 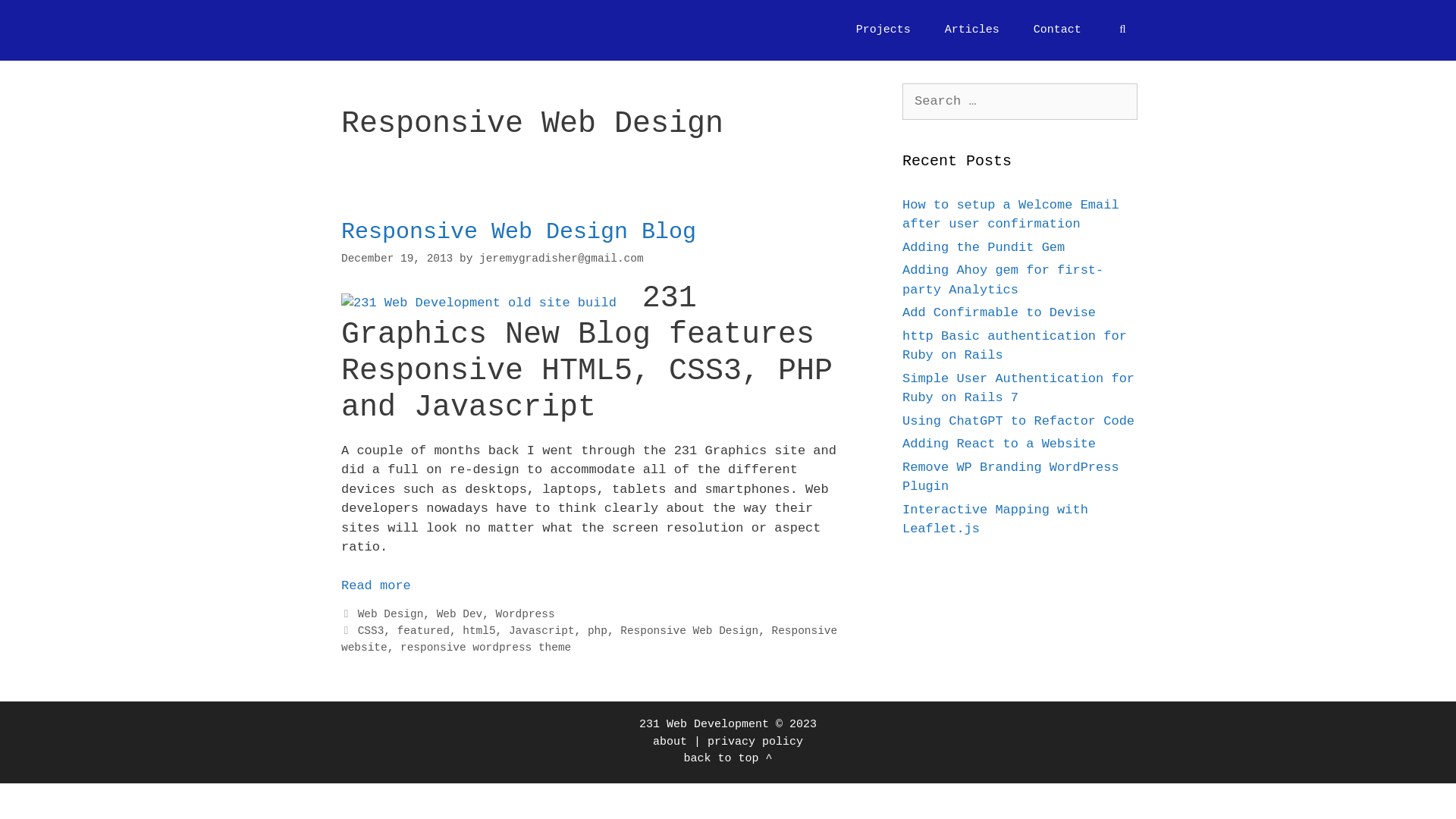 I want to click on 'Wordpress', so click(x=525, y=614).